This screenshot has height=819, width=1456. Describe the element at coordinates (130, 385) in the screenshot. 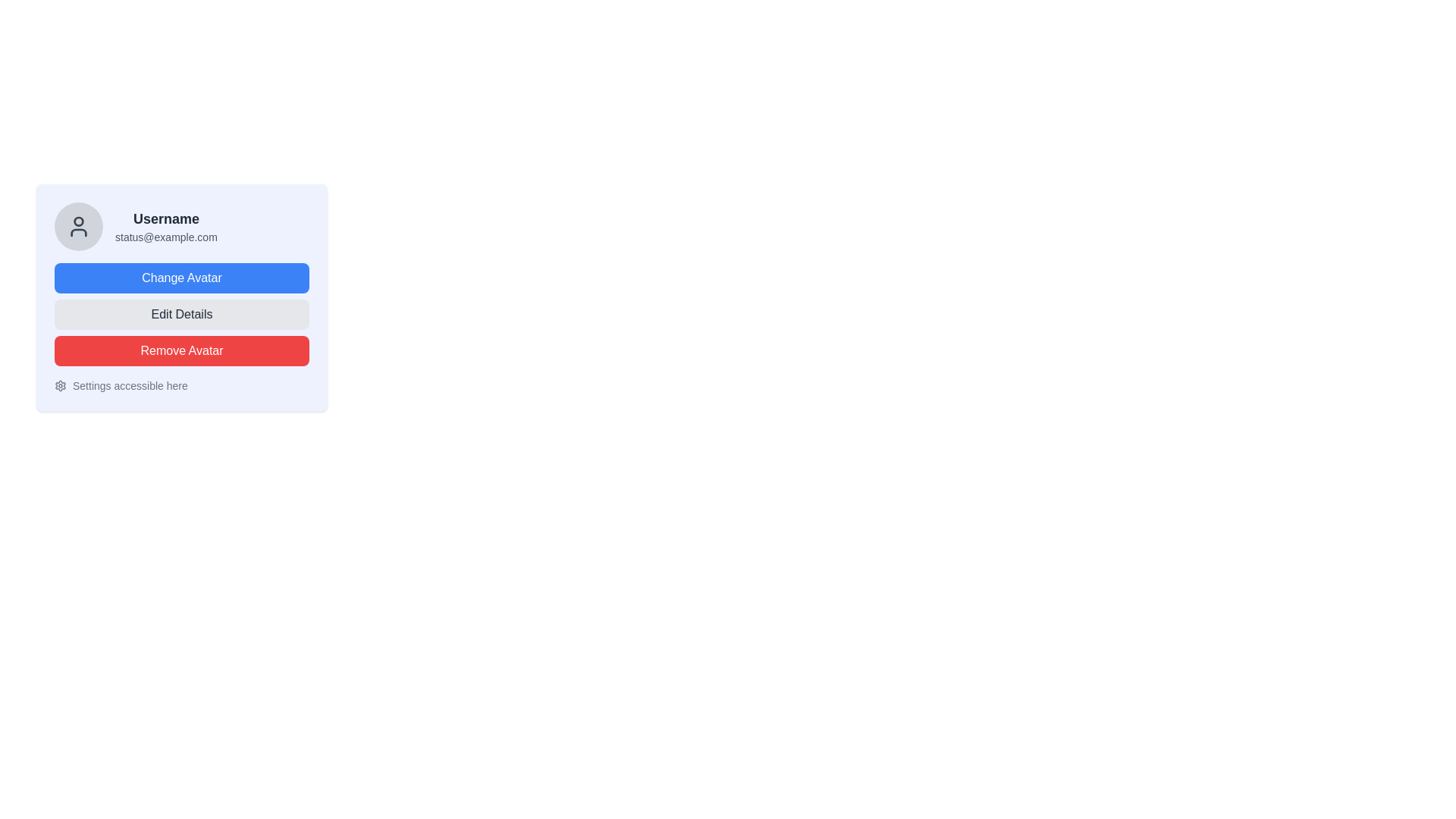

I see `the label text element that reads 'Settings accessible here', which is styled with a small gray font and is positioned to the right of a gear icon in the profile settings interface` at that location.